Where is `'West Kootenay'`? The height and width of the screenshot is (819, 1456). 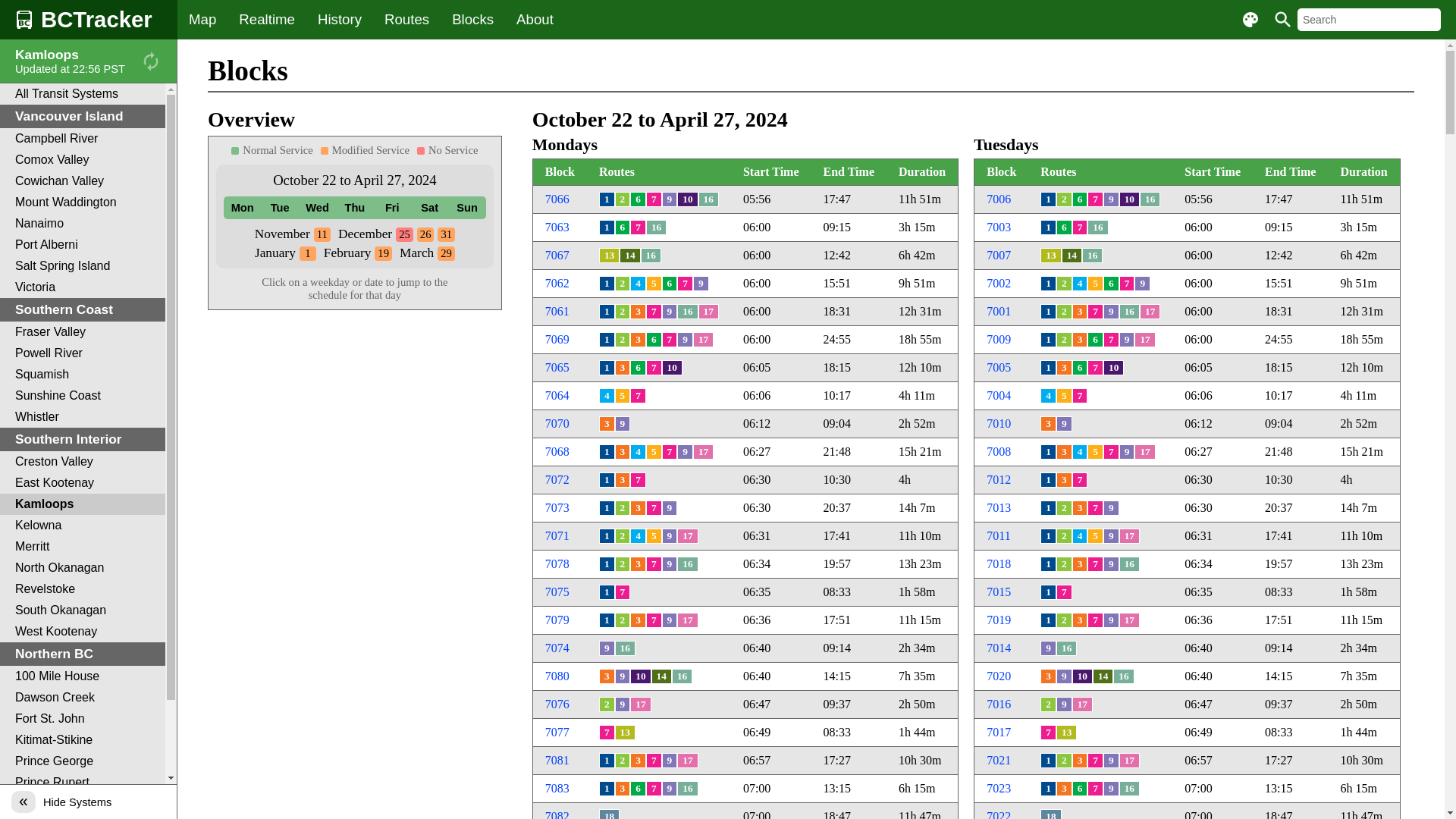
'West Kootenay' is located at coordinates (82, 632).